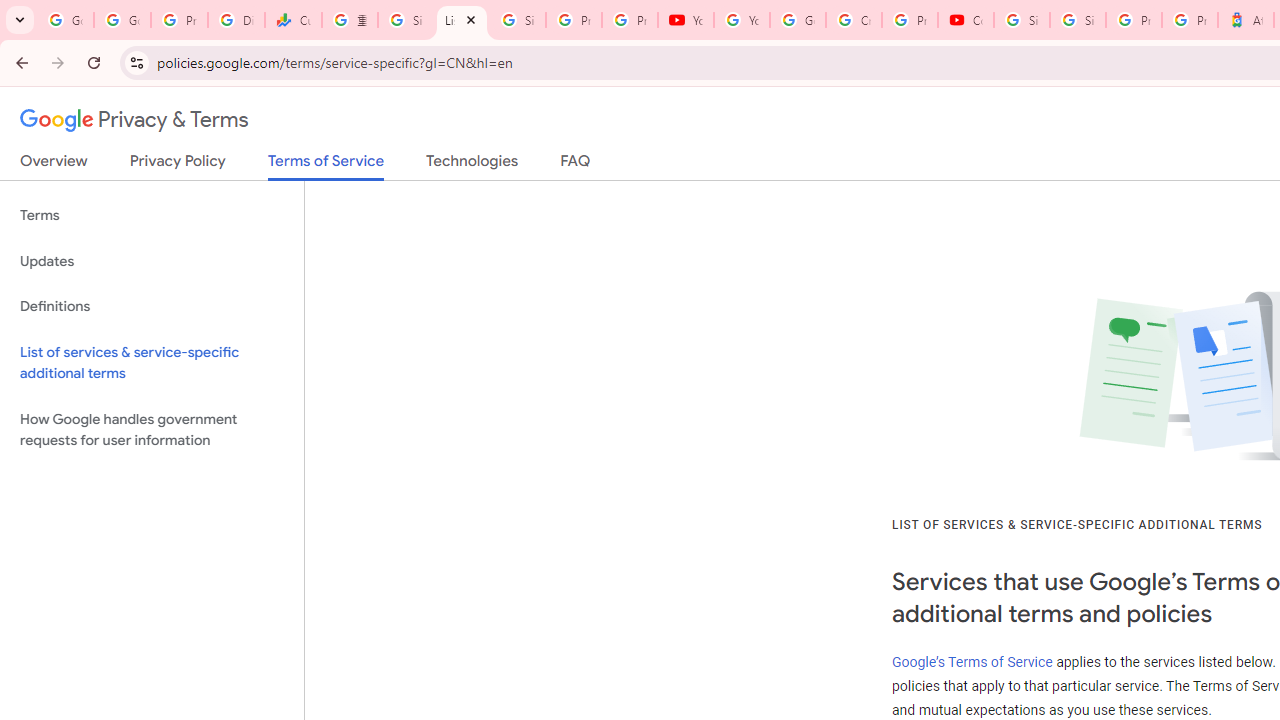 This screenshot has height=720, width=1280. Describe the element at coordinates (151, 428) in the screenshot. I see `'How Google handles government requests for user information'` at that location.